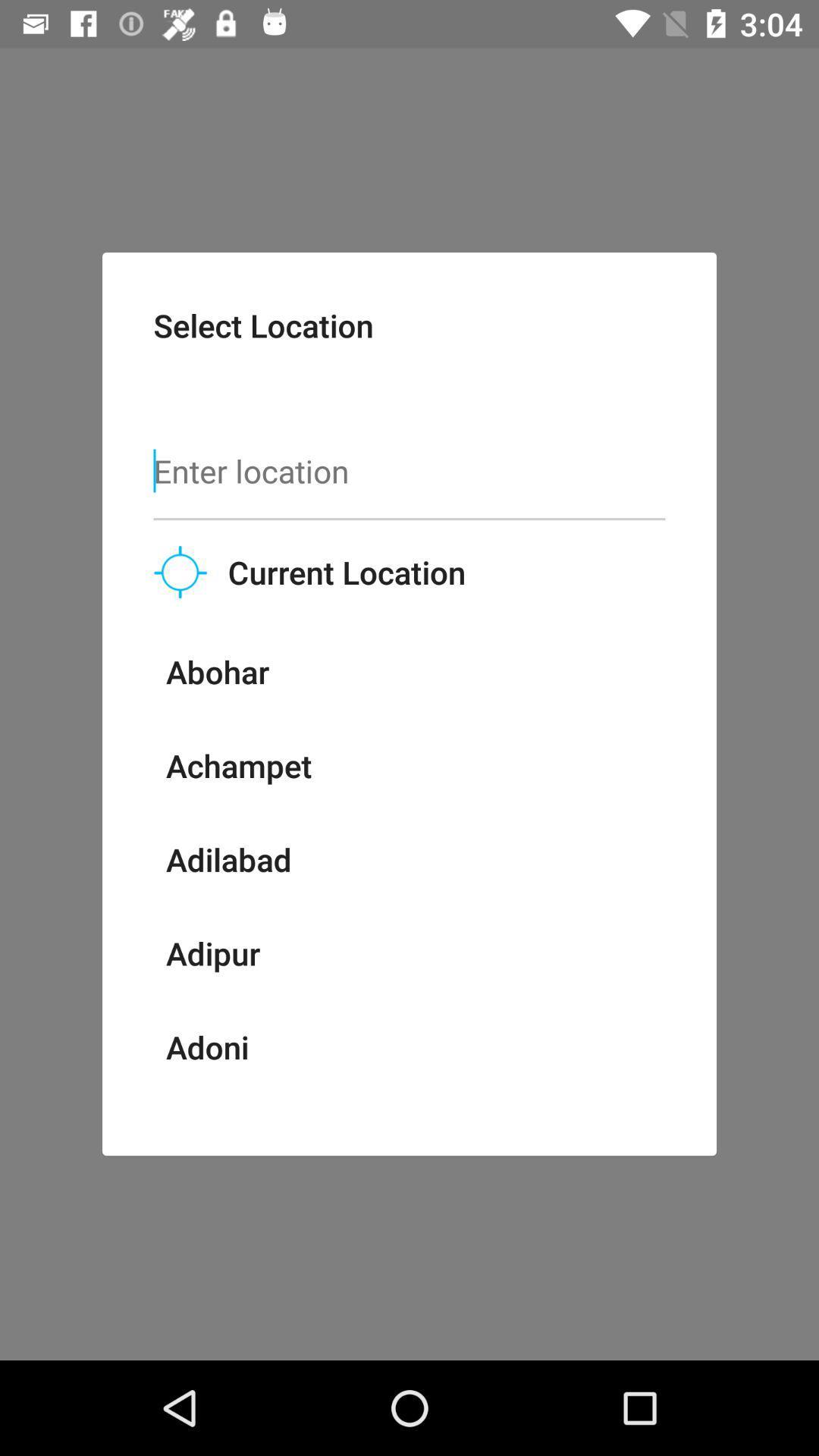 Image resolution: width=819 pixels, height=1456 pixels. I want to click on the achampet icon, so click(239, 765).